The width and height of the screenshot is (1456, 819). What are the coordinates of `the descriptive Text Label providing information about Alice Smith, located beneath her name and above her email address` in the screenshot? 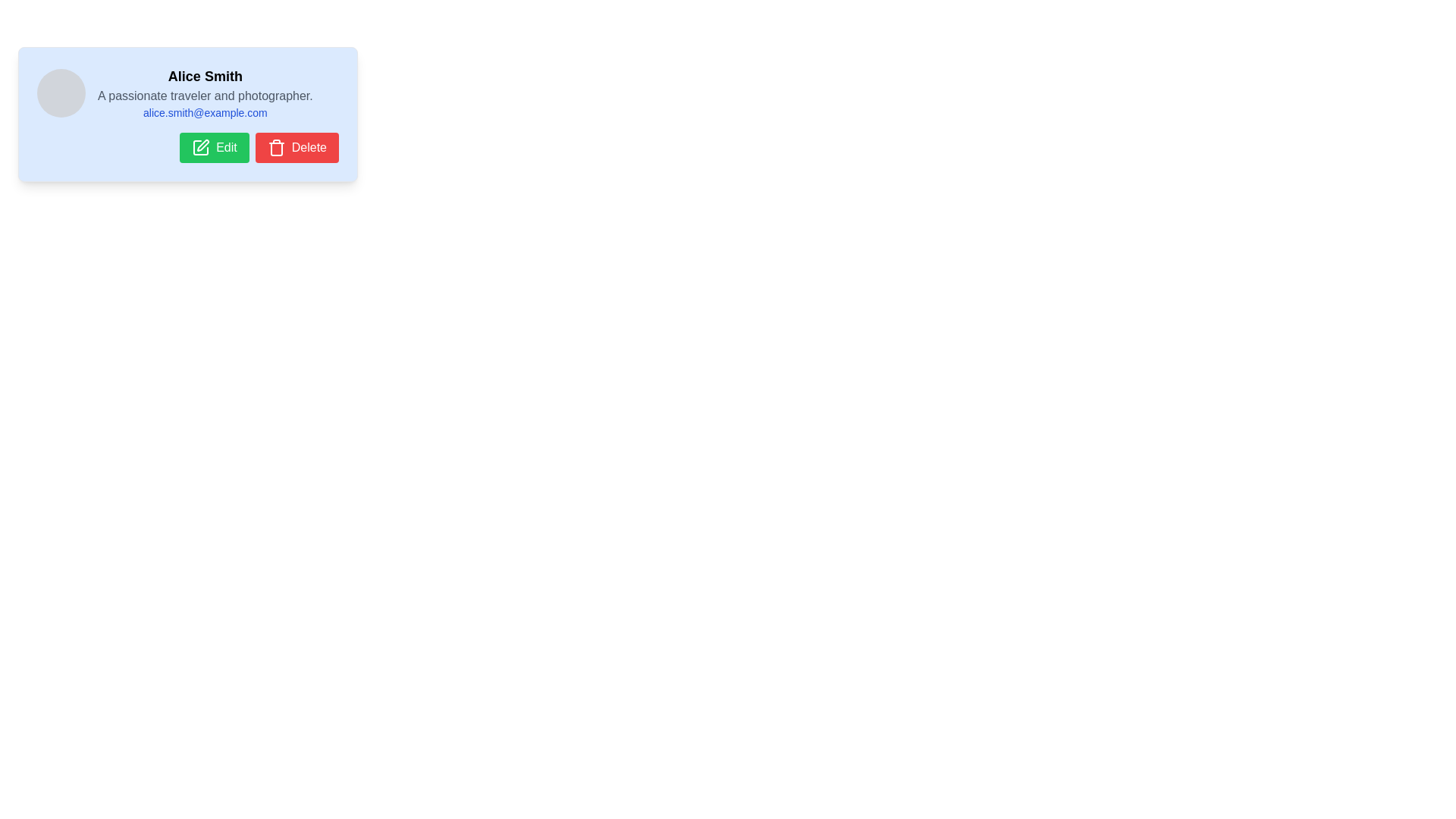 It's located at (204, 96).